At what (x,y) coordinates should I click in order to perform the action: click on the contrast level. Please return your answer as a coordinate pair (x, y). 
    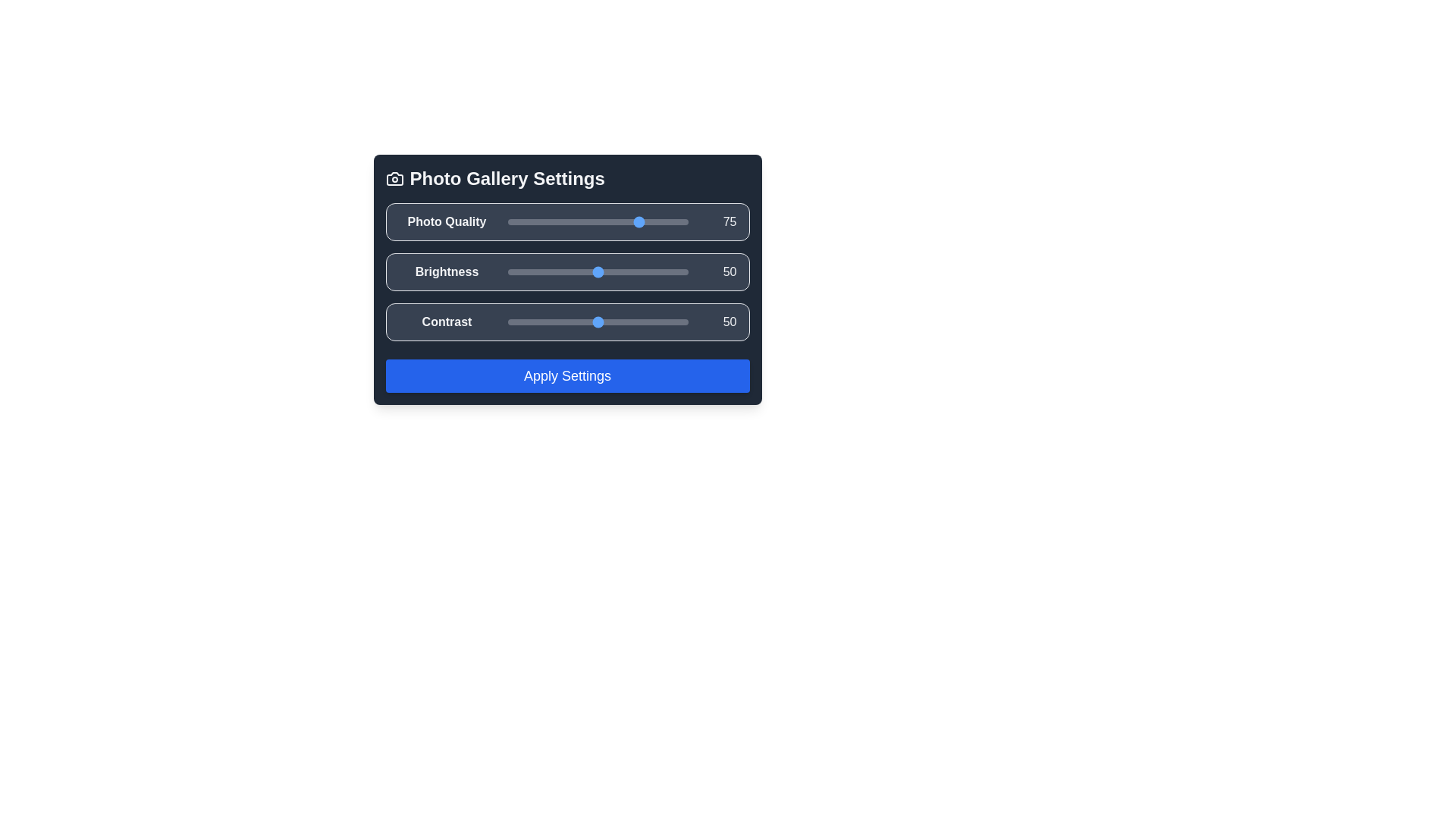
    Looking at the image, I should click on (522, 321).